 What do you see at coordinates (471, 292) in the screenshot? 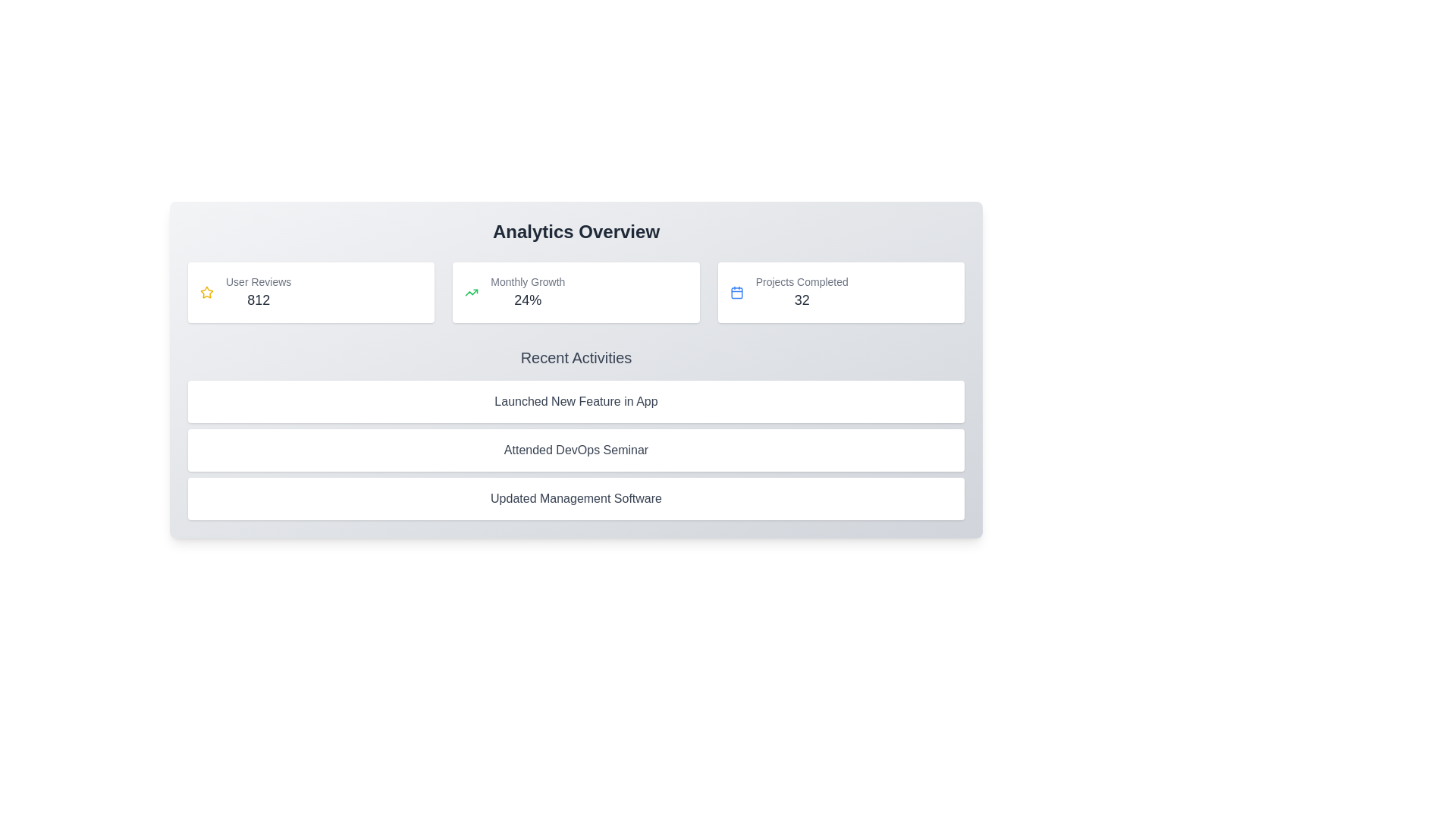
I see `the green upward arrow icon with a line chart located in the top-center section of the interface, specifically within the 'Monthly Growth' card, to the left of the text '24%'` at bounding box center [471, 292].